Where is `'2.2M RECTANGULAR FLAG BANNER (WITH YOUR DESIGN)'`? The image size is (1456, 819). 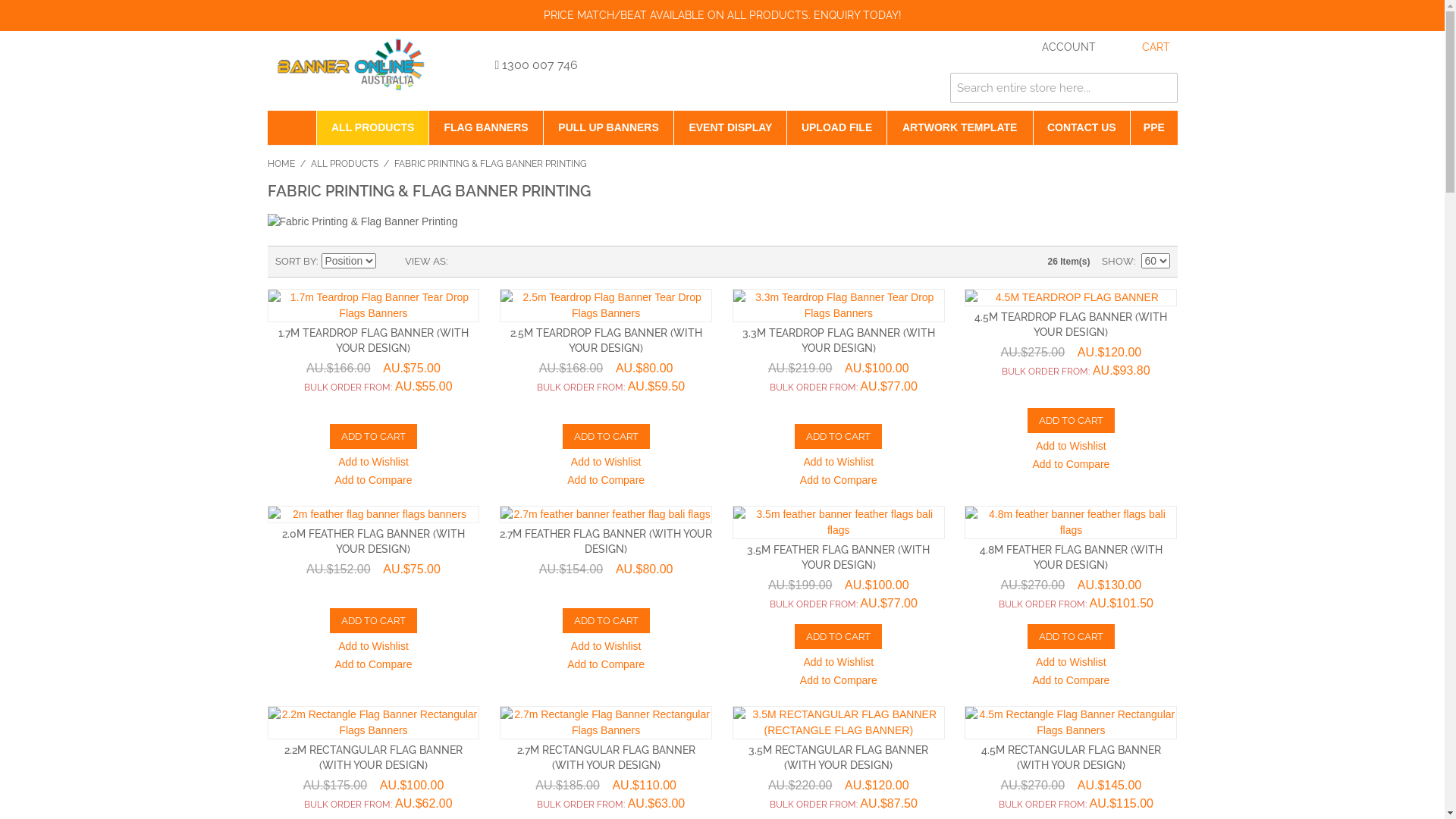
'2.2M RECTANGULAR FLAG BANNER (WITH YOUR DESIGN)' is located at coordinates (373, 758).